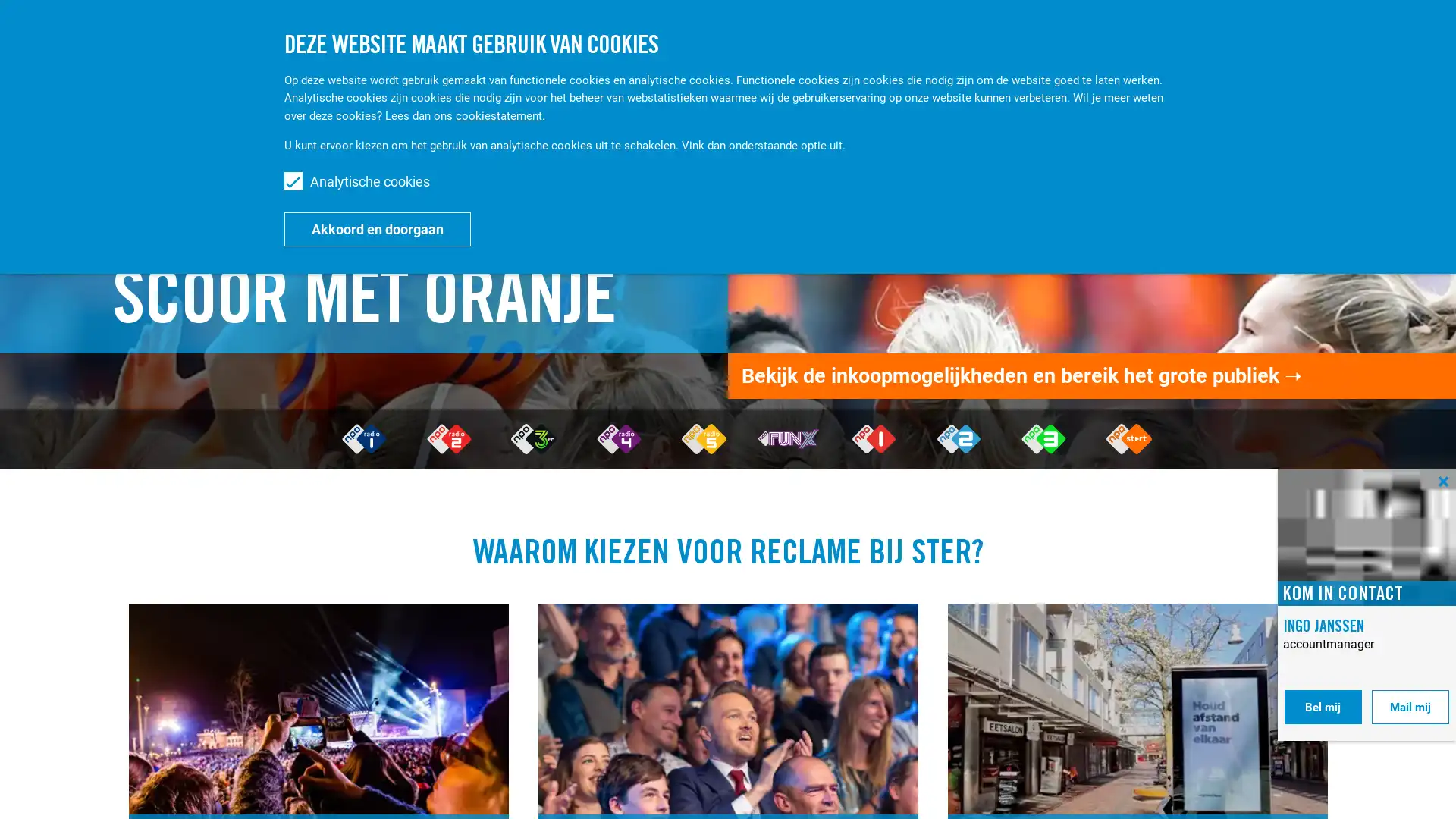 Image resolution: width=1456 pixels, height=819 pixels. Describe the element at coordinates (1322, 707) in the screenshot. I see `Bel mij` at that location.